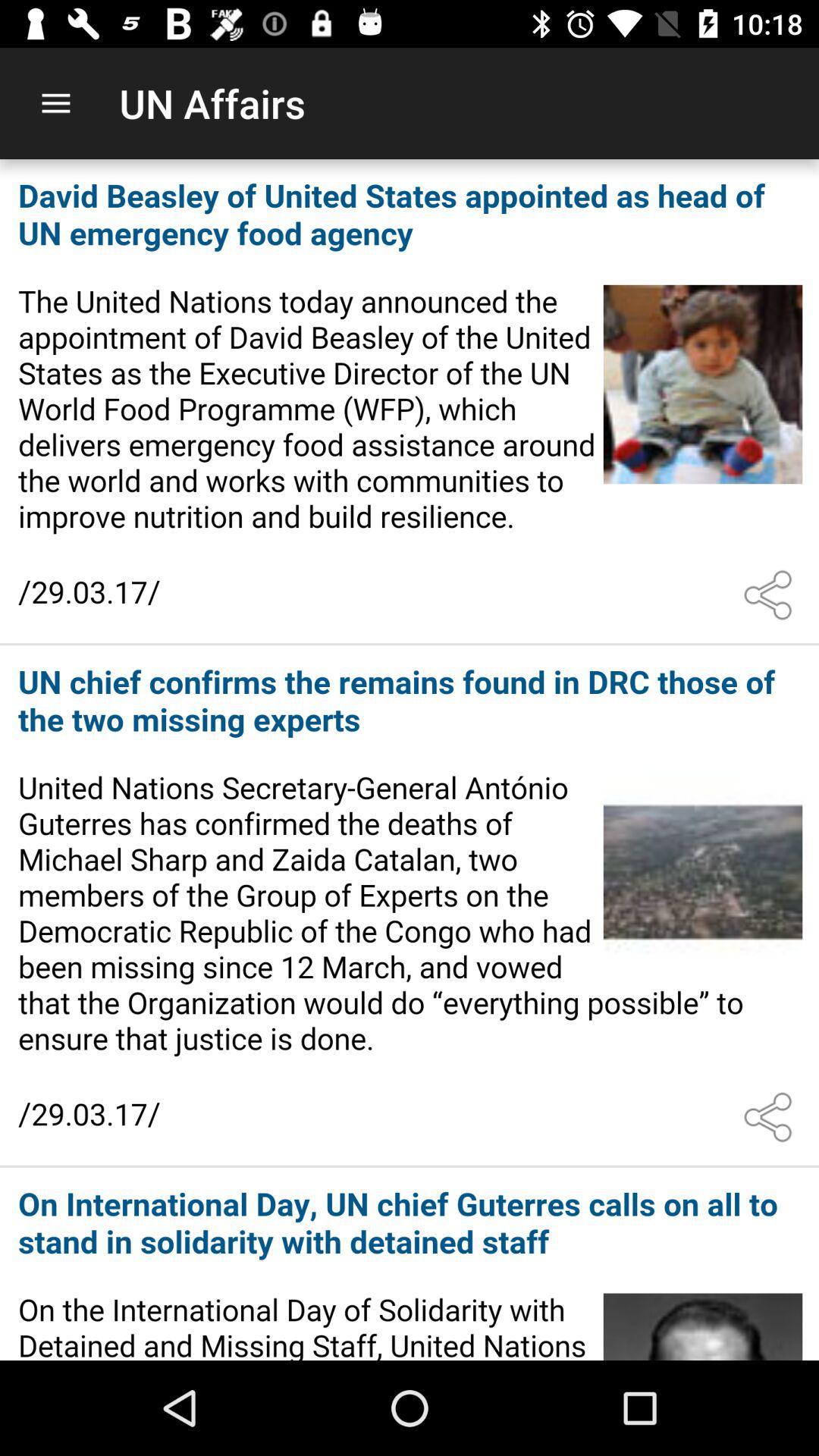 This screenshot has width=819, height=1456. Describe the element at coordinates (409, 906) in the screenshot. I see `and read` at that location.